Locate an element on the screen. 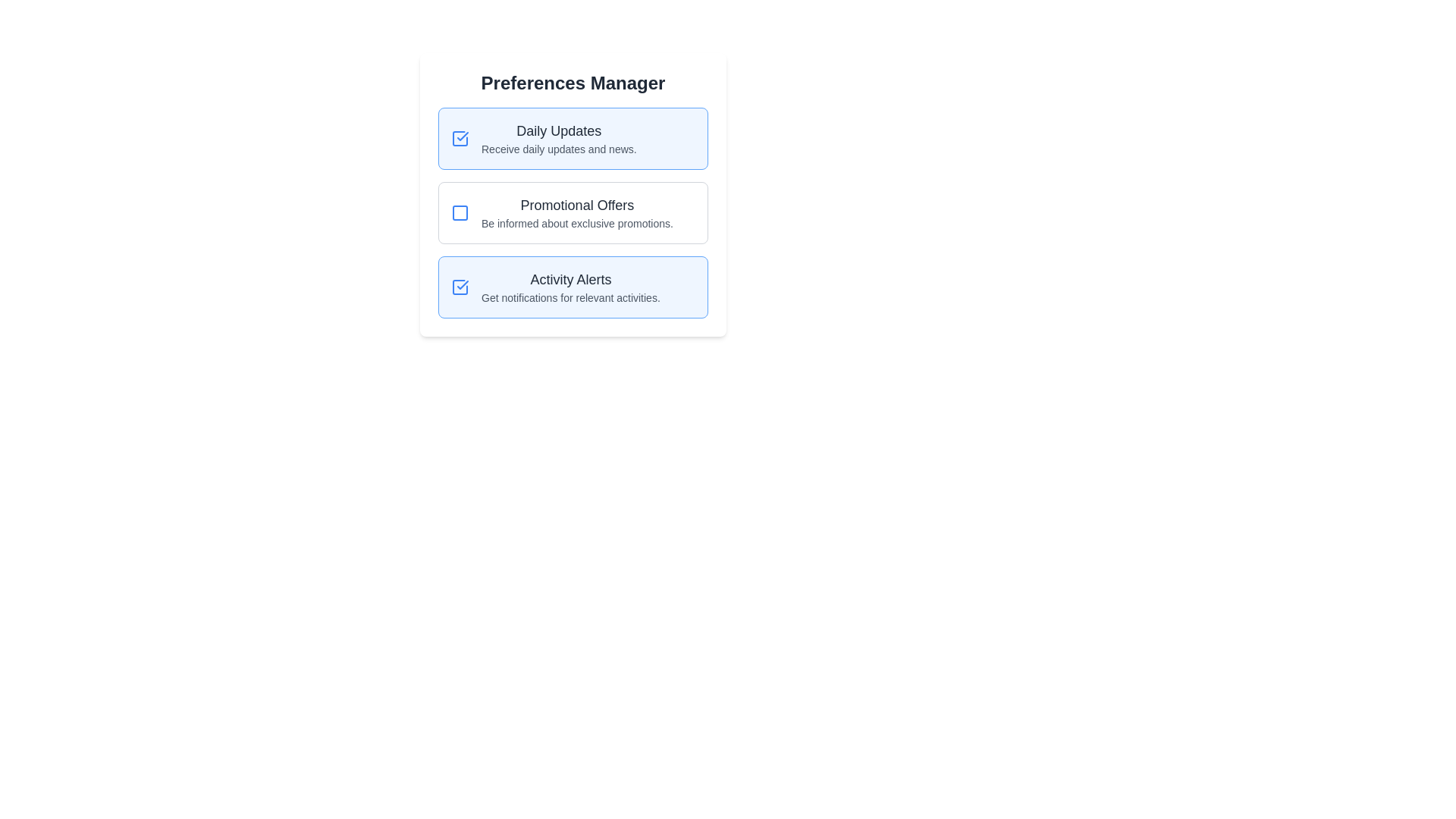 This screenshot has height=819, width=1456. text from the Text Label located directly below the 'Promotional Offers' heading in the 'Preferences Manager' interface is located at coordinates (576, 223).